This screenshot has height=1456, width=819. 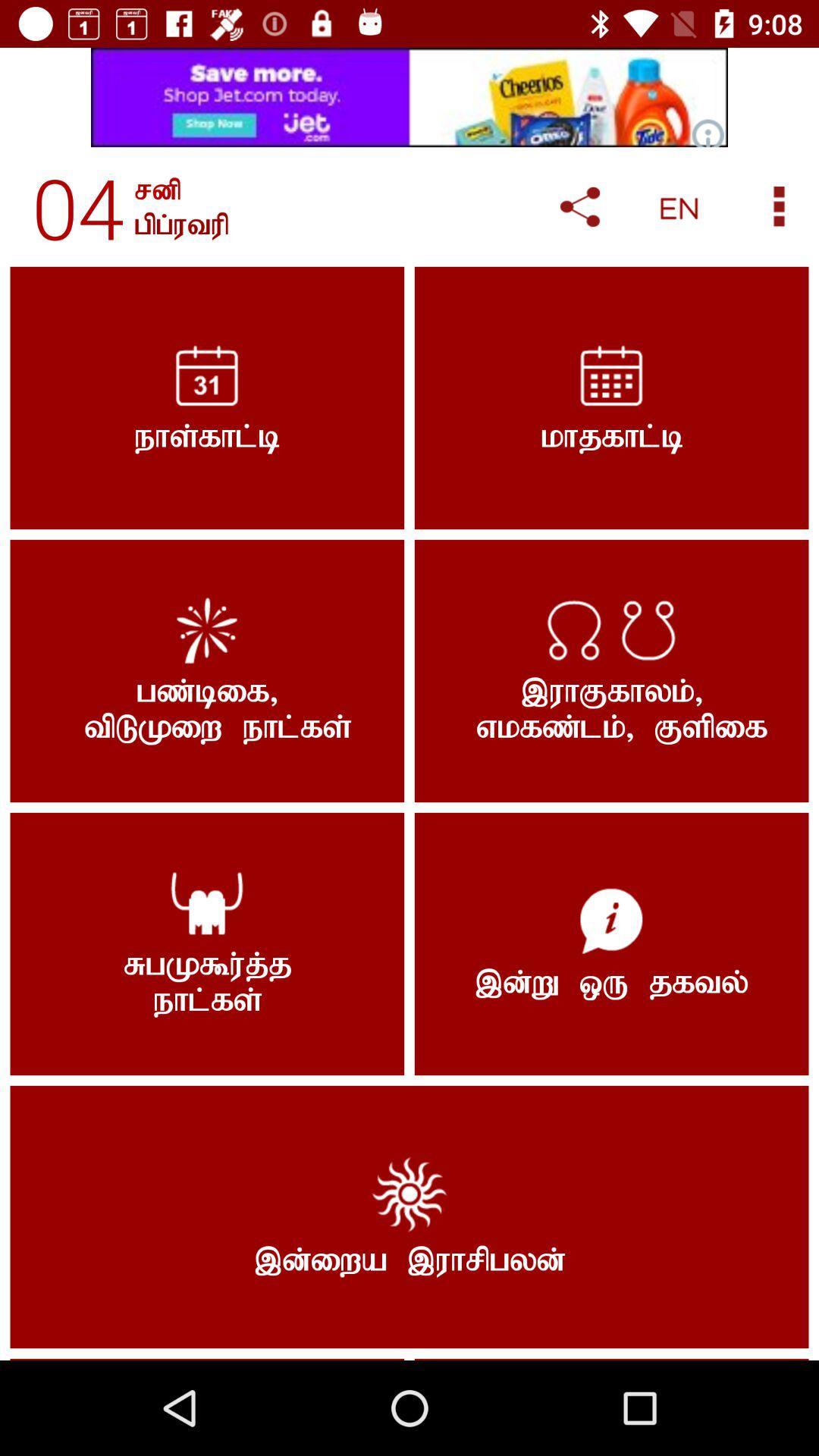 What do you see at coordinates (409, 96) in the screenshot?
I see `advertisement` at bounding box center [409, 96].